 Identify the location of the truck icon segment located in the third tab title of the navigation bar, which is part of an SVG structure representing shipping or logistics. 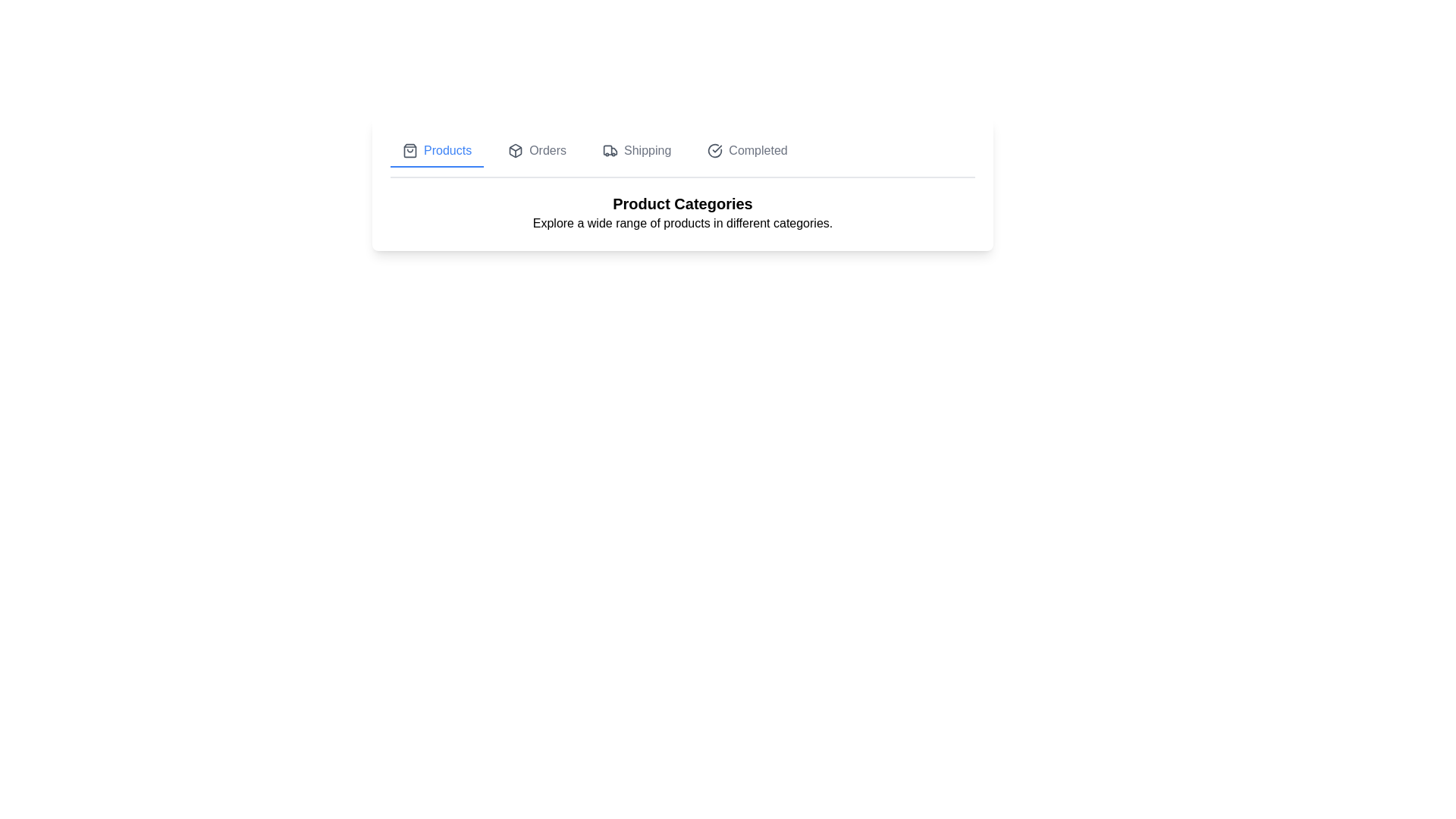
(607, 150).